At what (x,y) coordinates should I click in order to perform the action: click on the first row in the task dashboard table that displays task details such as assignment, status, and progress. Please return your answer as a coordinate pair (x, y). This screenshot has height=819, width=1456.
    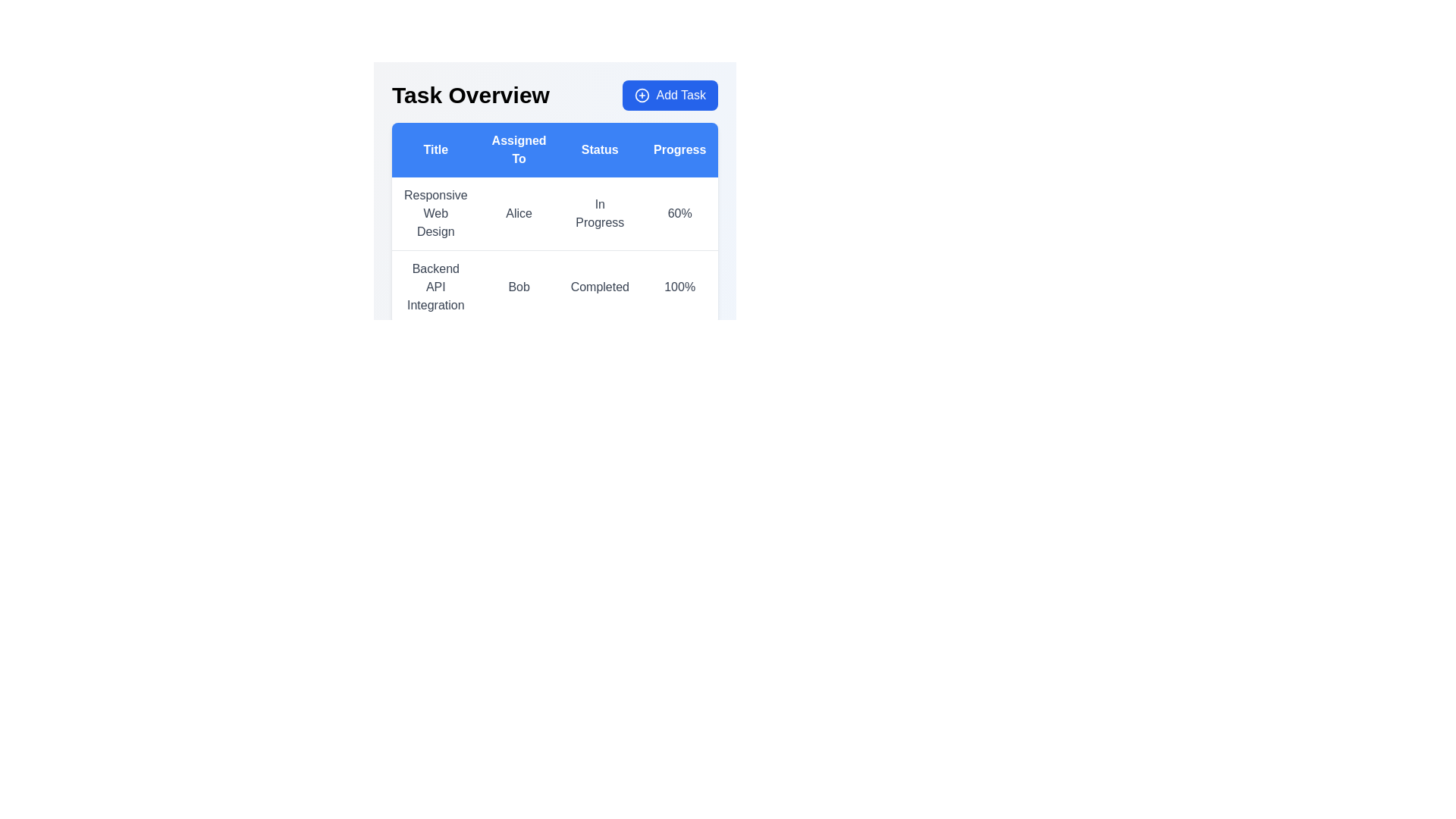
    Looking at the image, I should click on (600, 249).